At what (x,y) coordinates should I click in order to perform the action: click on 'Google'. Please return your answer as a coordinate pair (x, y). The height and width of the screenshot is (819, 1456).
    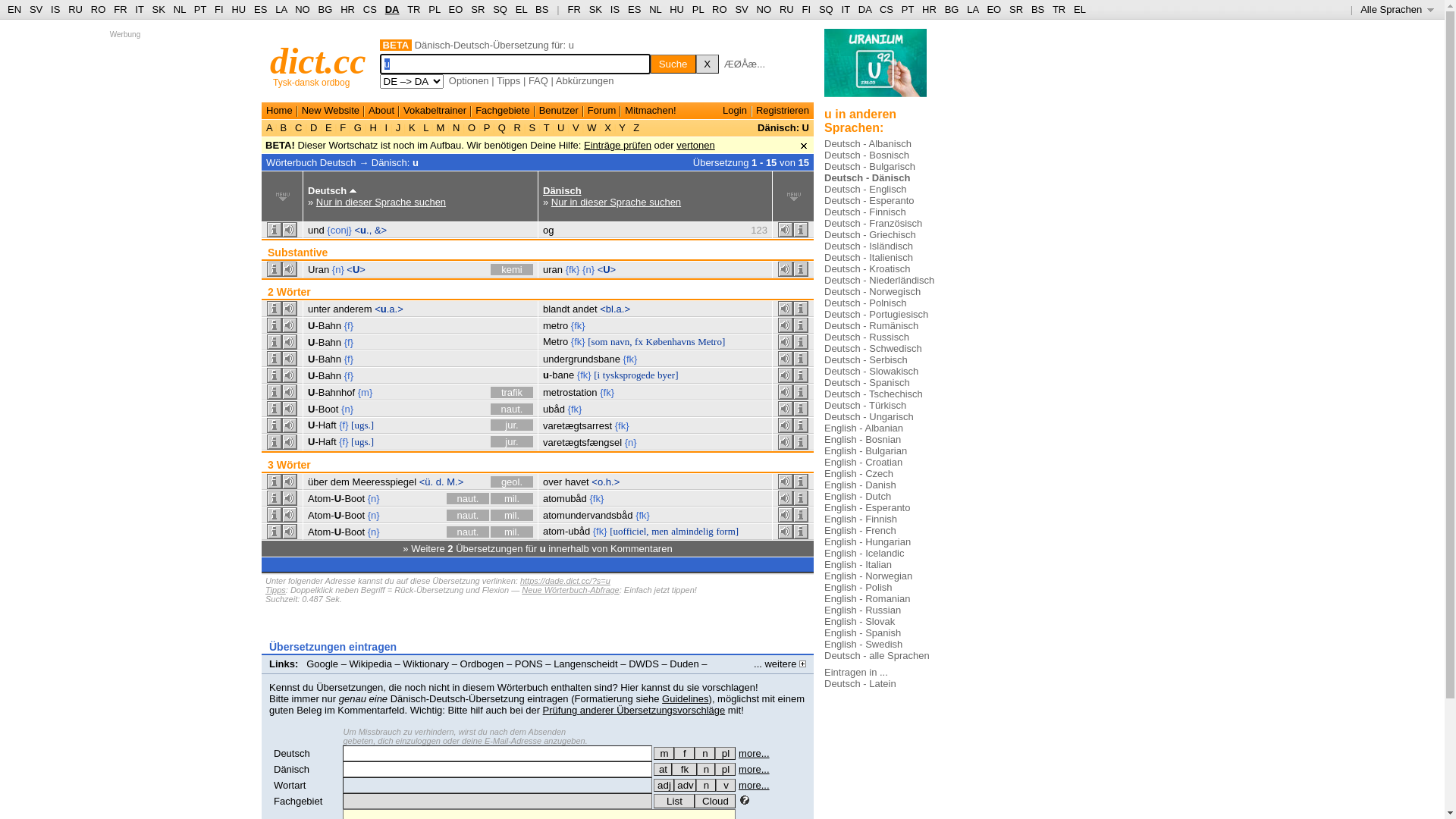
    Looking at the image, I should click on (322, 663).